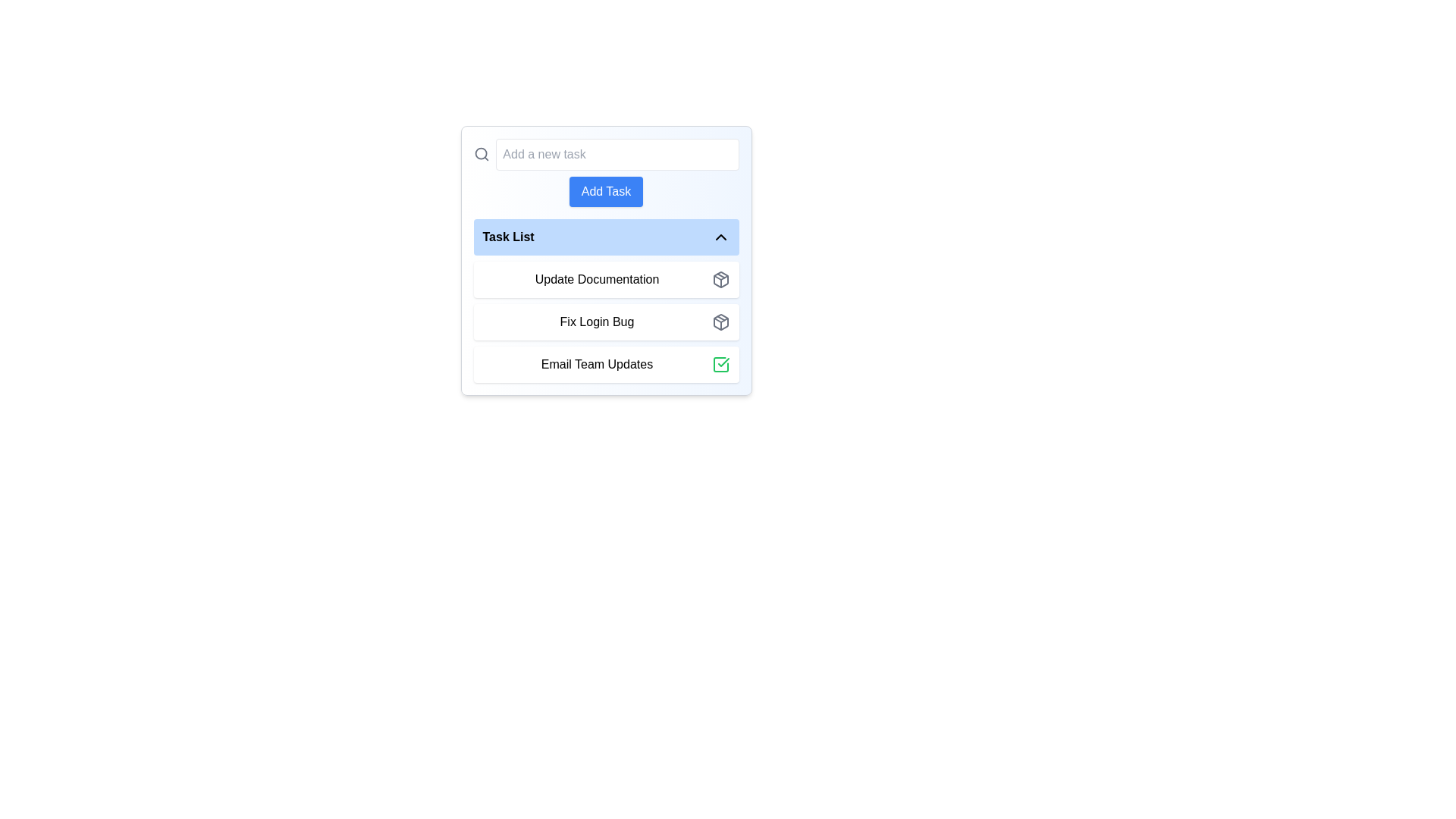 Image resolution: width=1456 pixels, height=819 pixels. I want to click on the gray three-dimensional cube icon, which is located in the 'Fix Login Bug' section of the task list, so click(720, 280).